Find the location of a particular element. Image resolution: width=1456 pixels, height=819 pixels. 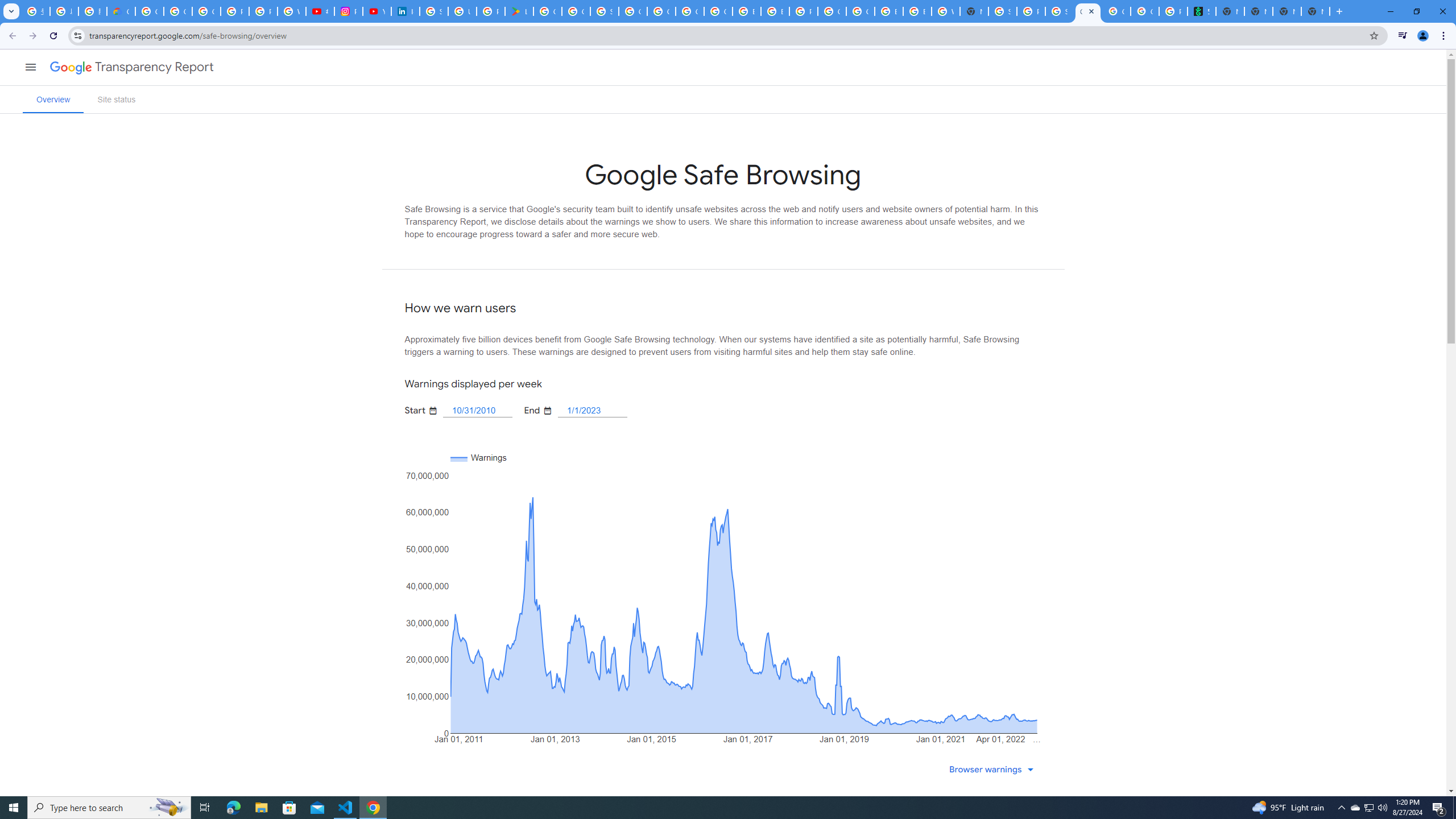

'YouTube Culture & Trends - On The Rise: Handcam Videos' is located at coordinates (377, 11).